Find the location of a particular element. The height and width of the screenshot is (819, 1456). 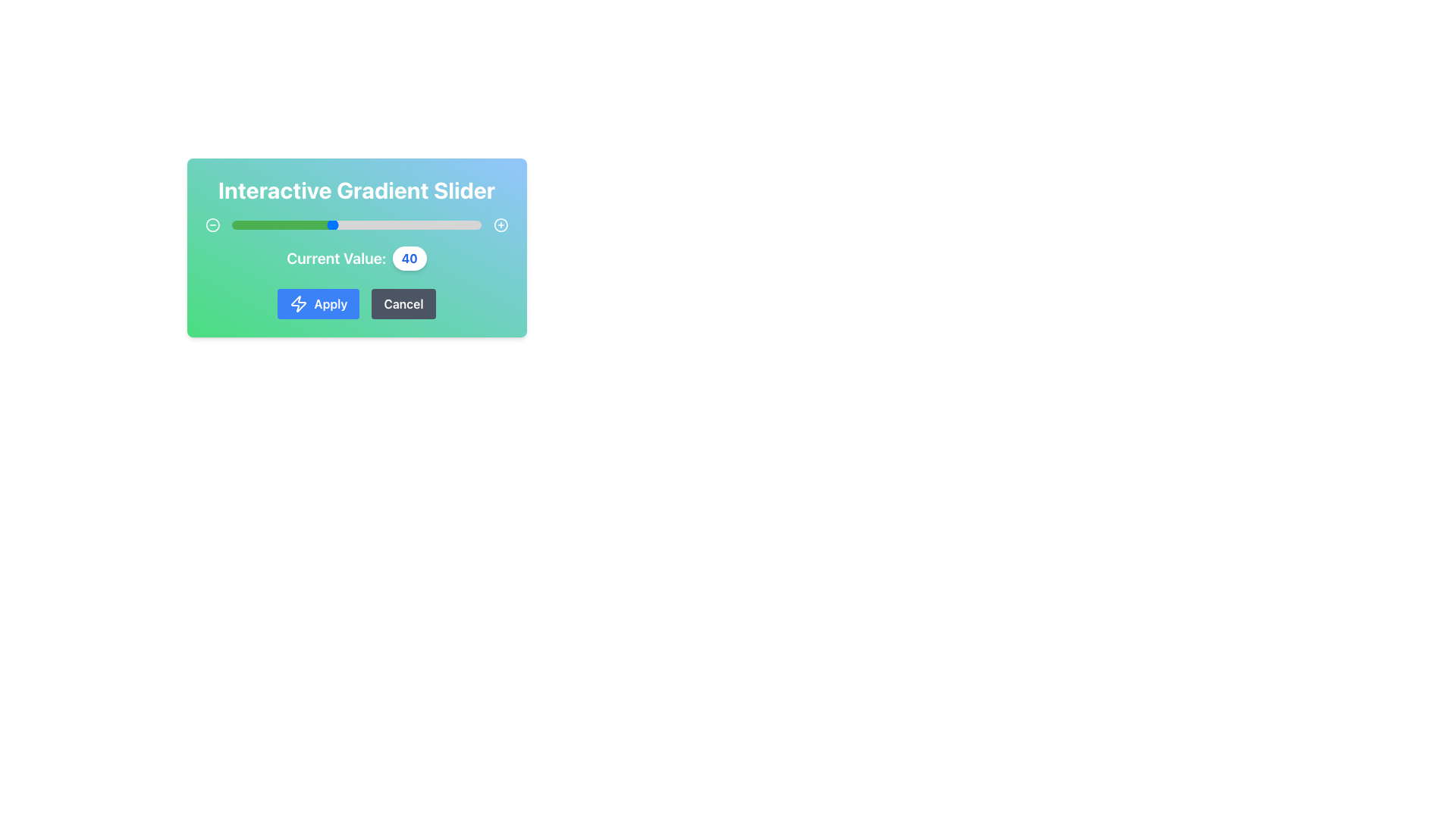

the circular graphic element that serves as part of the minimalist icon structure located towards the top-left corner of the interface is located at coordinates (212, 225).